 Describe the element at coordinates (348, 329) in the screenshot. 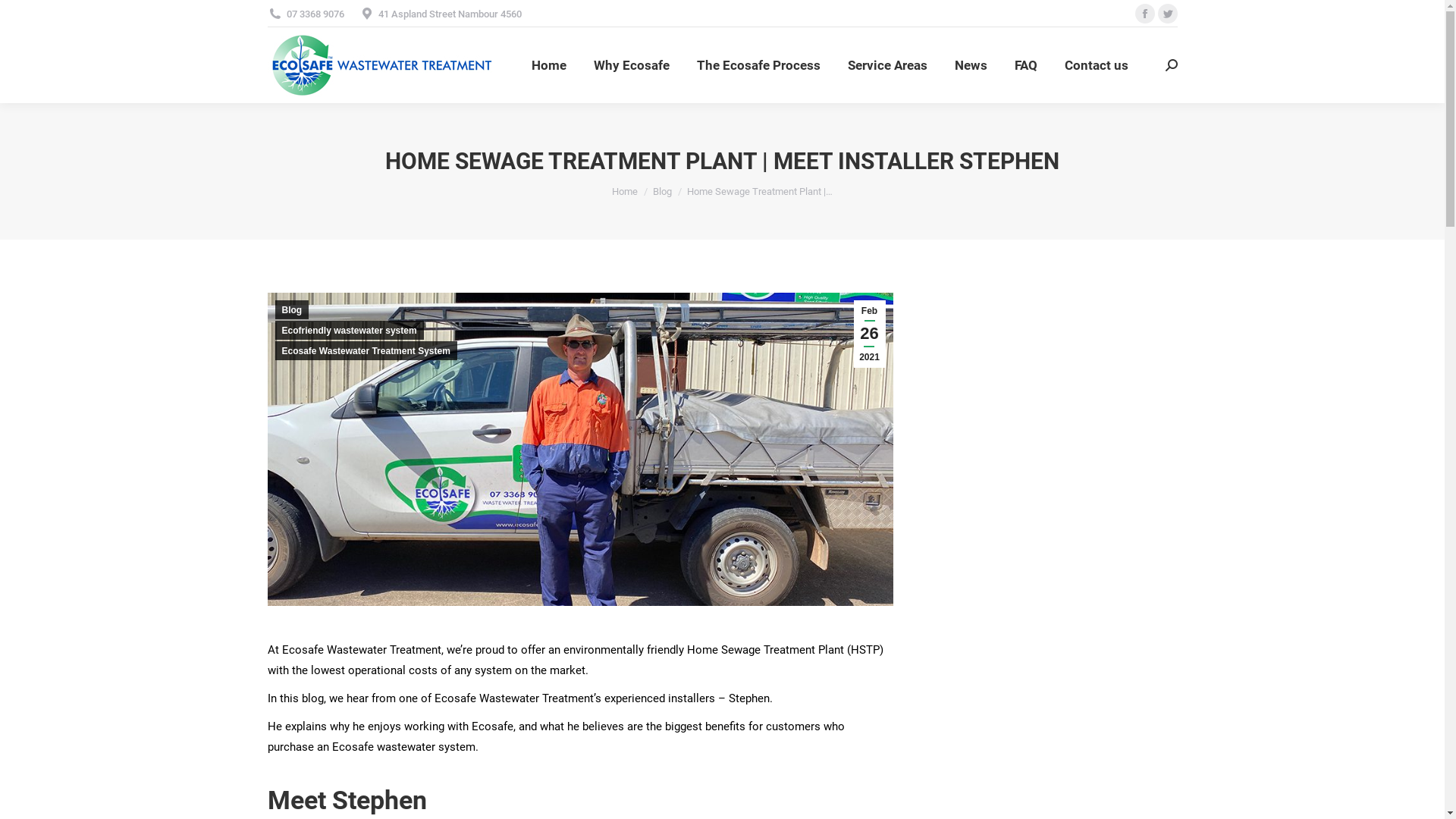

I see `'Ecofriendly wastewater system'` at that location.